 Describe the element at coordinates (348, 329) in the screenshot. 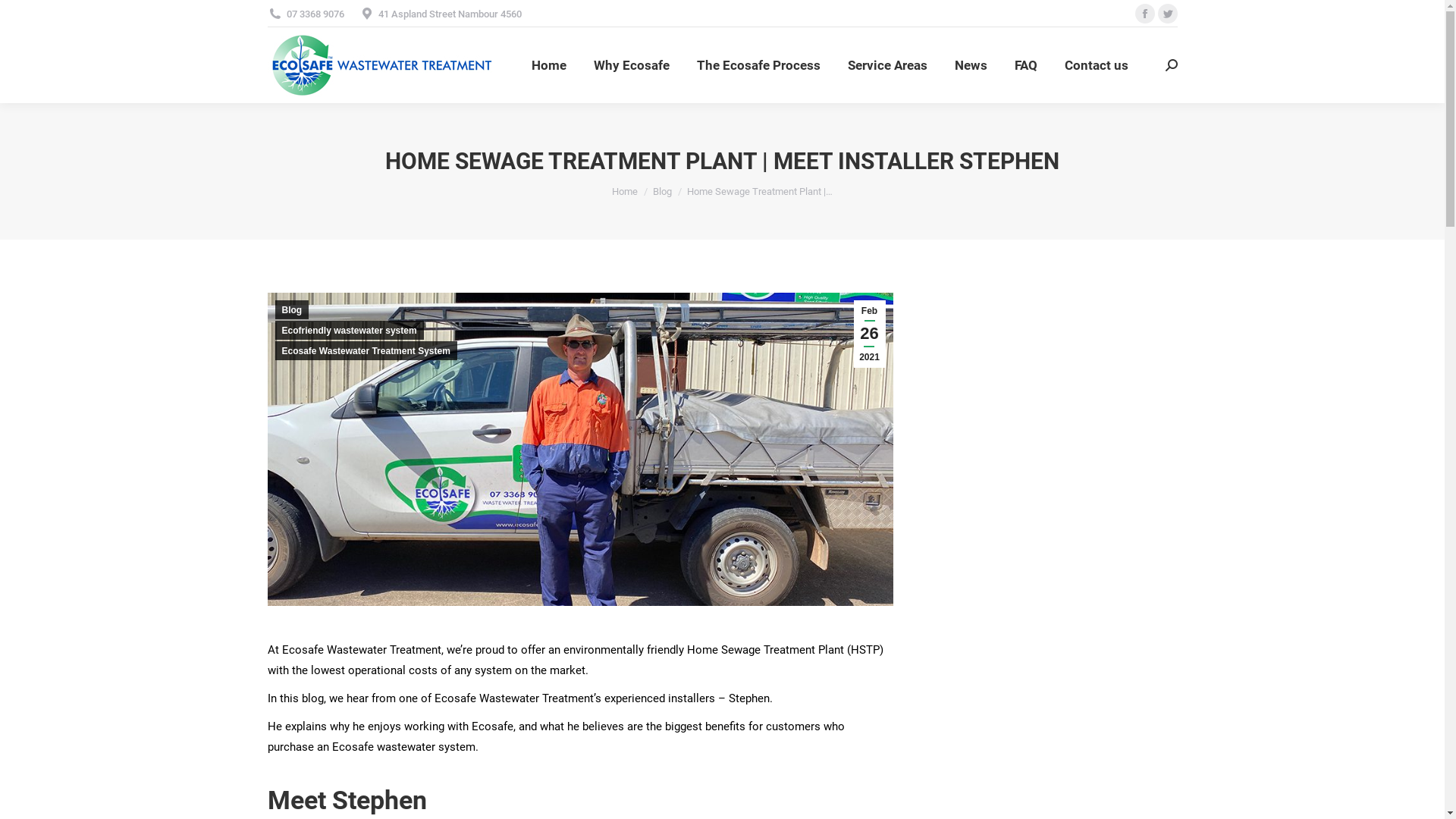

I see `'Ecofriendly wastewater system'` at that location.